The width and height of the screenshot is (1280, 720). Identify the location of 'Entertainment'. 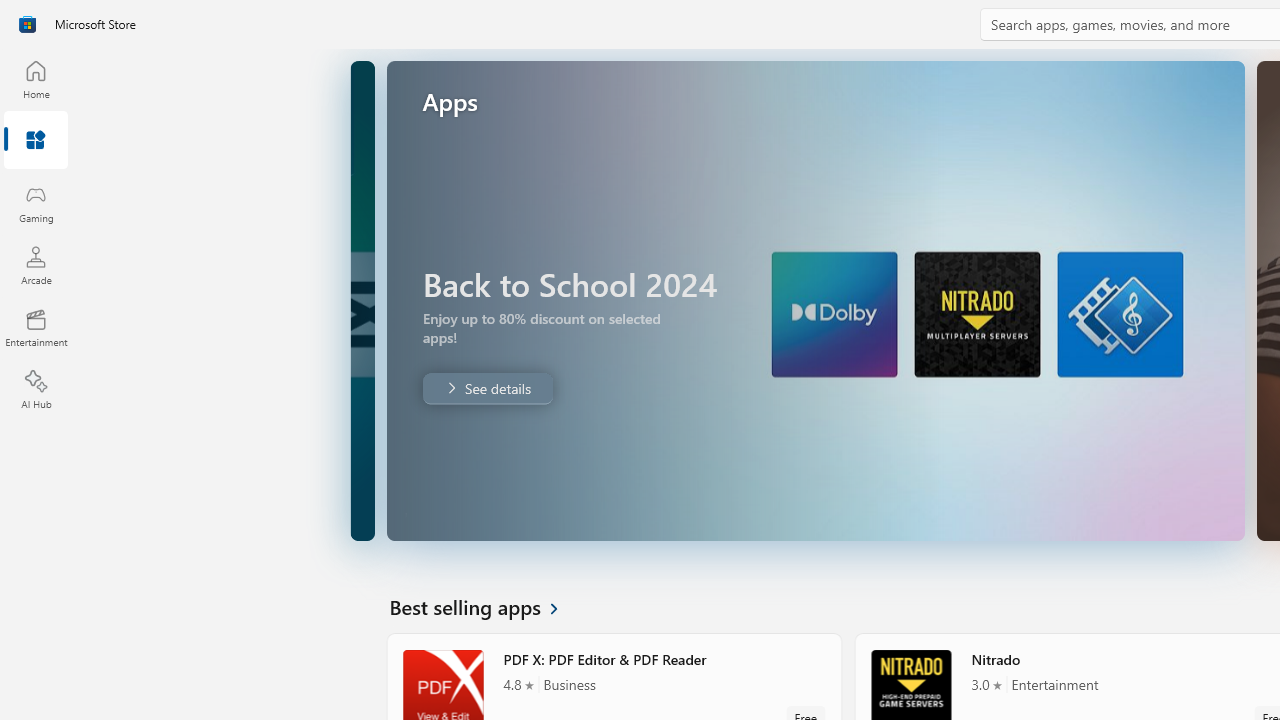
(35, 326).